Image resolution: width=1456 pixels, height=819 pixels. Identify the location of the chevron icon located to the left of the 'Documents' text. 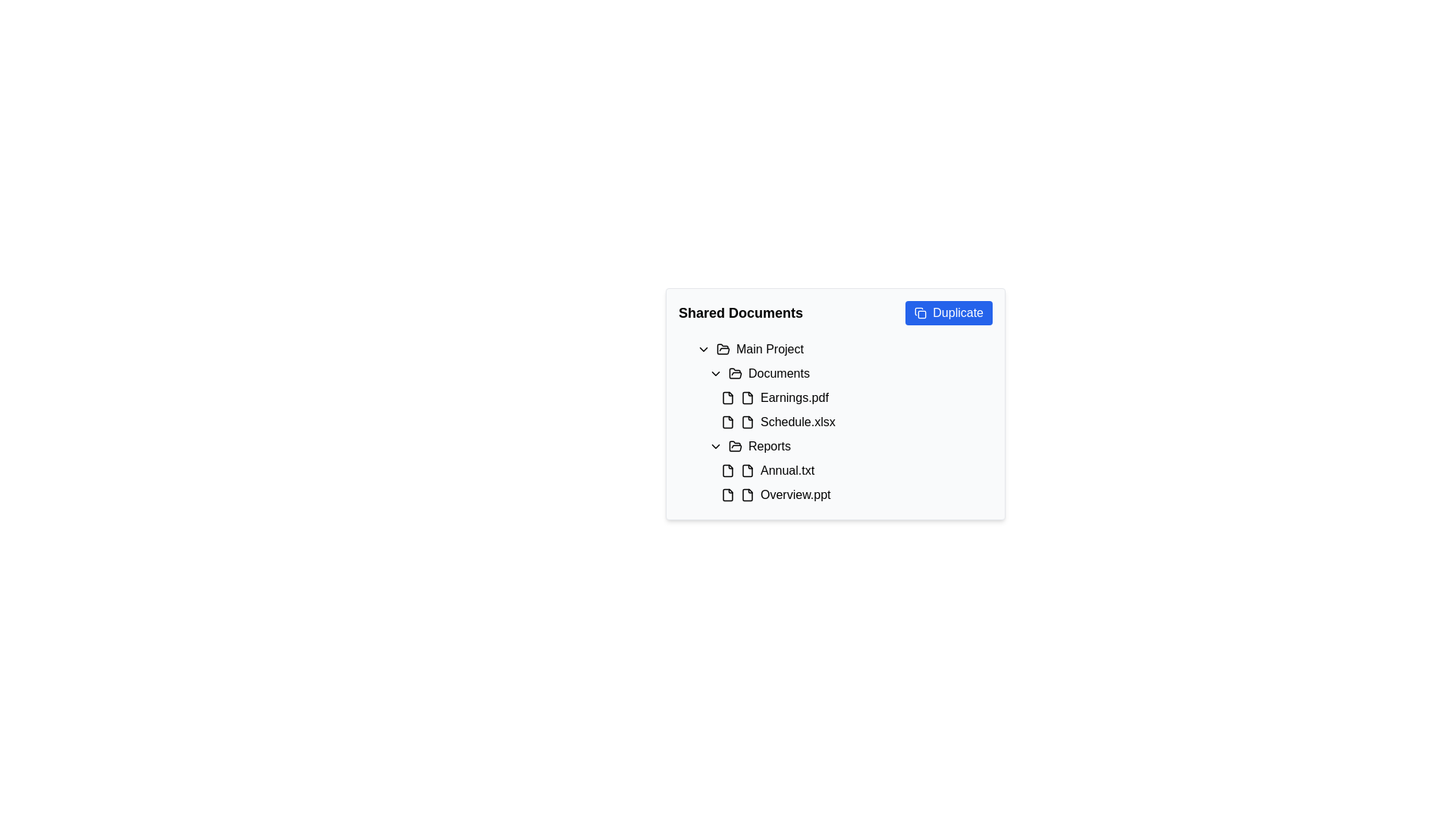
(715, 374).